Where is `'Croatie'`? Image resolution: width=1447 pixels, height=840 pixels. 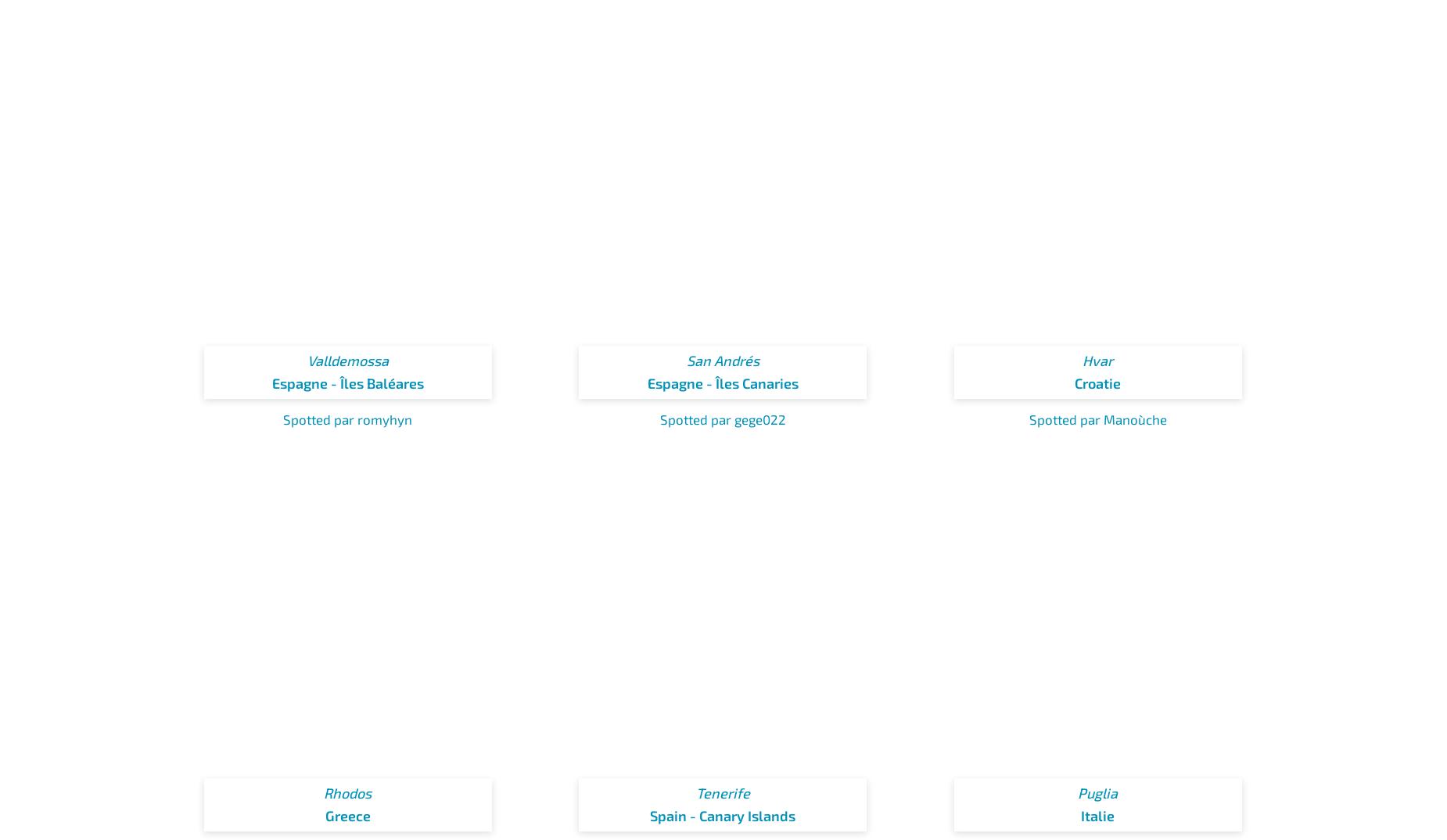 'Croatie' is located at coordinates (1097, 382).